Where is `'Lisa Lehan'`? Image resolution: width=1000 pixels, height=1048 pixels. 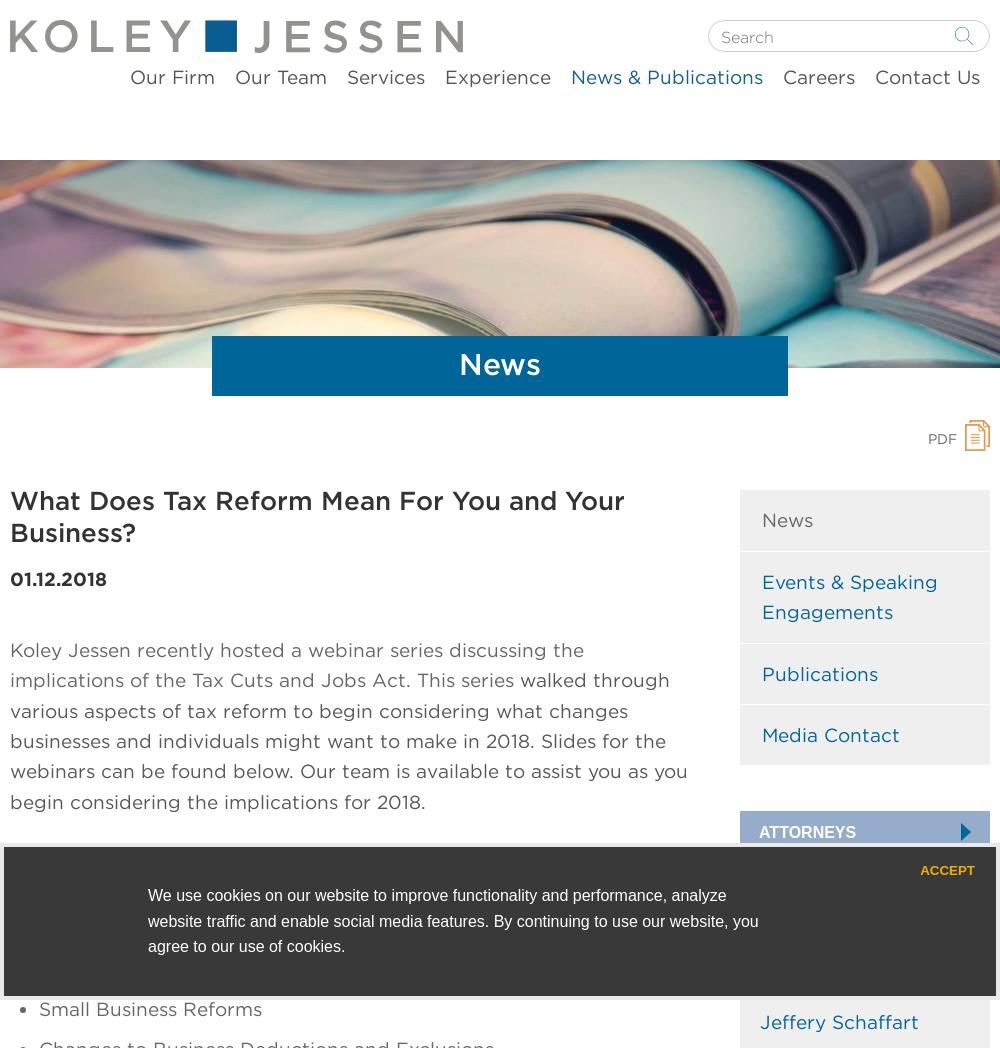 'Lisa Lehan' is located at coordinates (810, 978).